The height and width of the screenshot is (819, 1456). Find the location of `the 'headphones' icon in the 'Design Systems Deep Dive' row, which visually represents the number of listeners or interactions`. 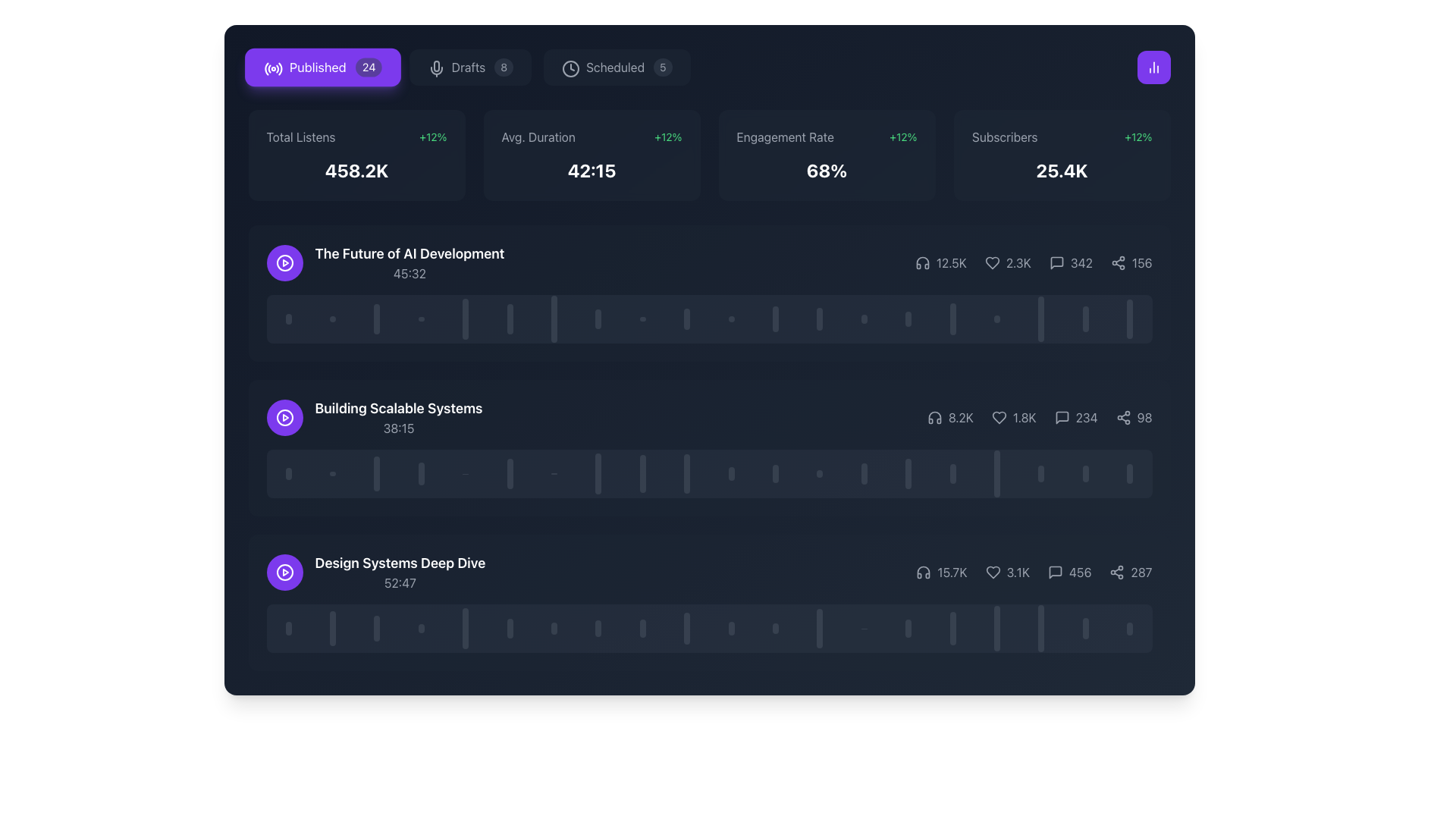

the 'headphones' icon in the 'Design Systems Deep Dive' row, which visually represents the number of listeners or interactions is located at coordinates (923, 573).